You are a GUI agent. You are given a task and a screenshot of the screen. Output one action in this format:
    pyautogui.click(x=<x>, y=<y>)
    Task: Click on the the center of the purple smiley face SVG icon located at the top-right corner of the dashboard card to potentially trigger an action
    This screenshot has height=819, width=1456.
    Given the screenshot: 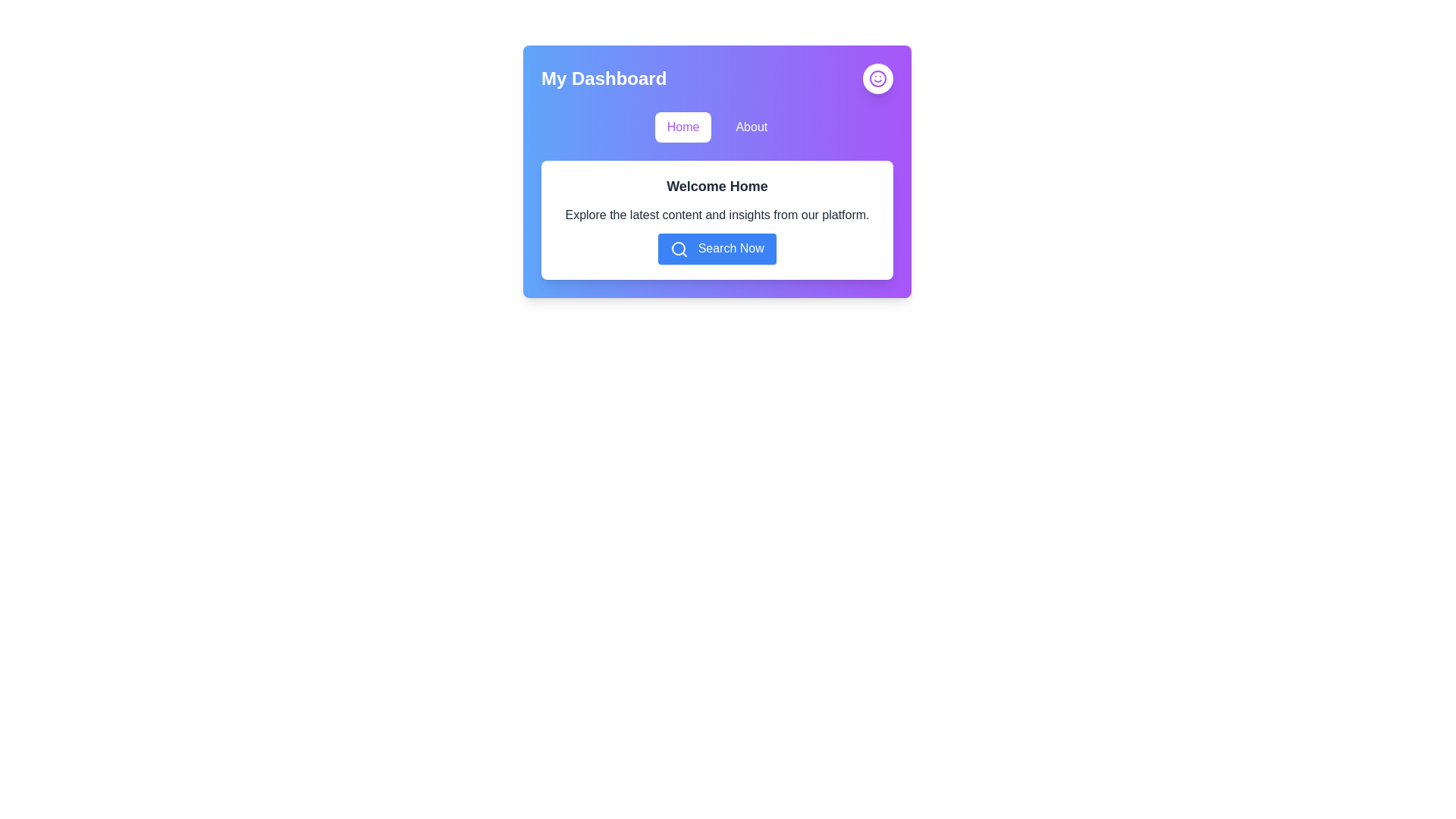 What is the action you would take?
    pyautogui.click(x=877, y=79)
    